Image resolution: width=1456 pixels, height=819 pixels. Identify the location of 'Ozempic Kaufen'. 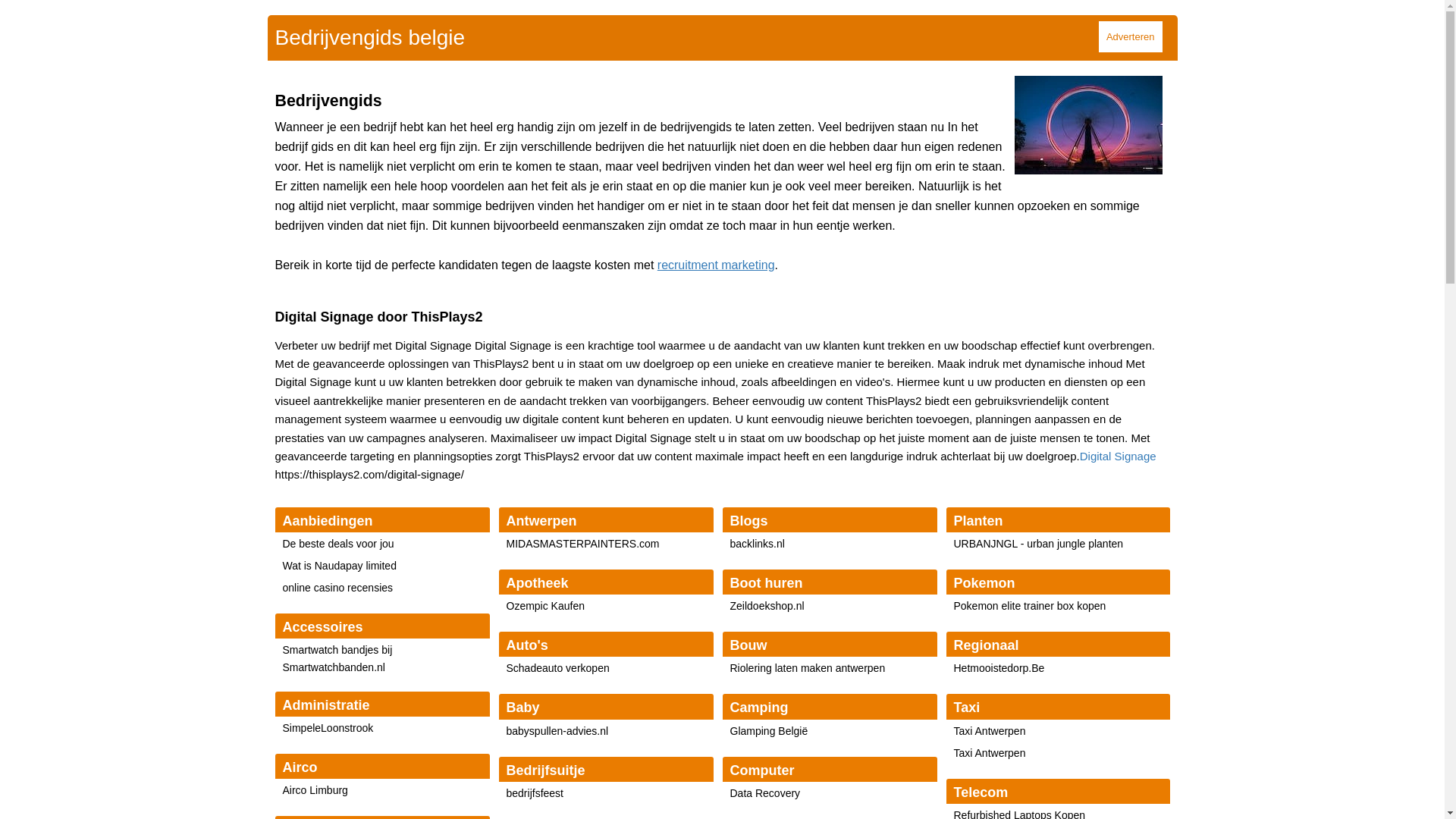
(506, 604).